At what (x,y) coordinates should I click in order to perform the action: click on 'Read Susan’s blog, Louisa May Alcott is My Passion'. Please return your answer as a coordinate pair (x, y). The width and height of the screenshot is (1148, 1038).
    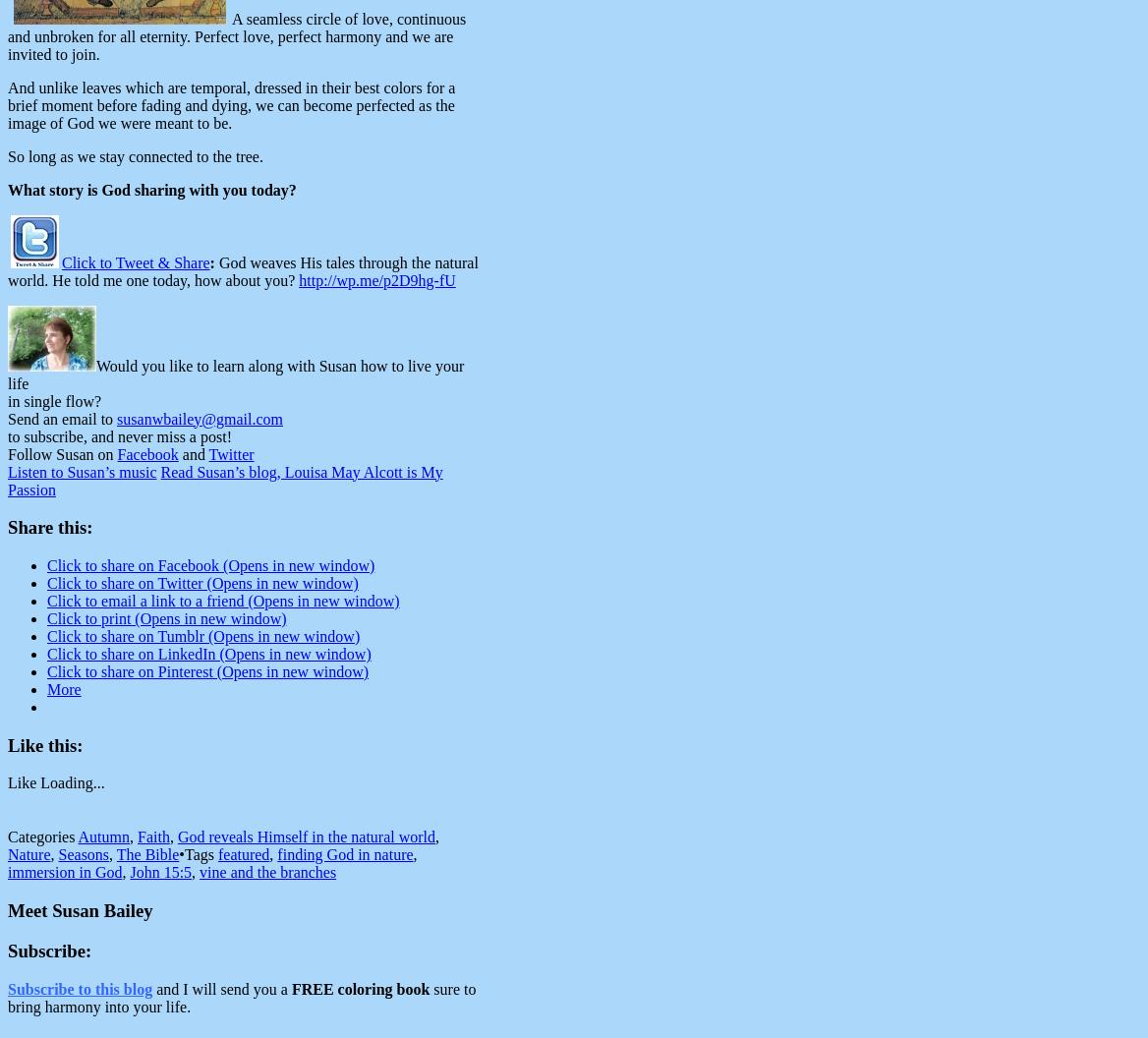
    Looking at the image, I should click on (224, 479).